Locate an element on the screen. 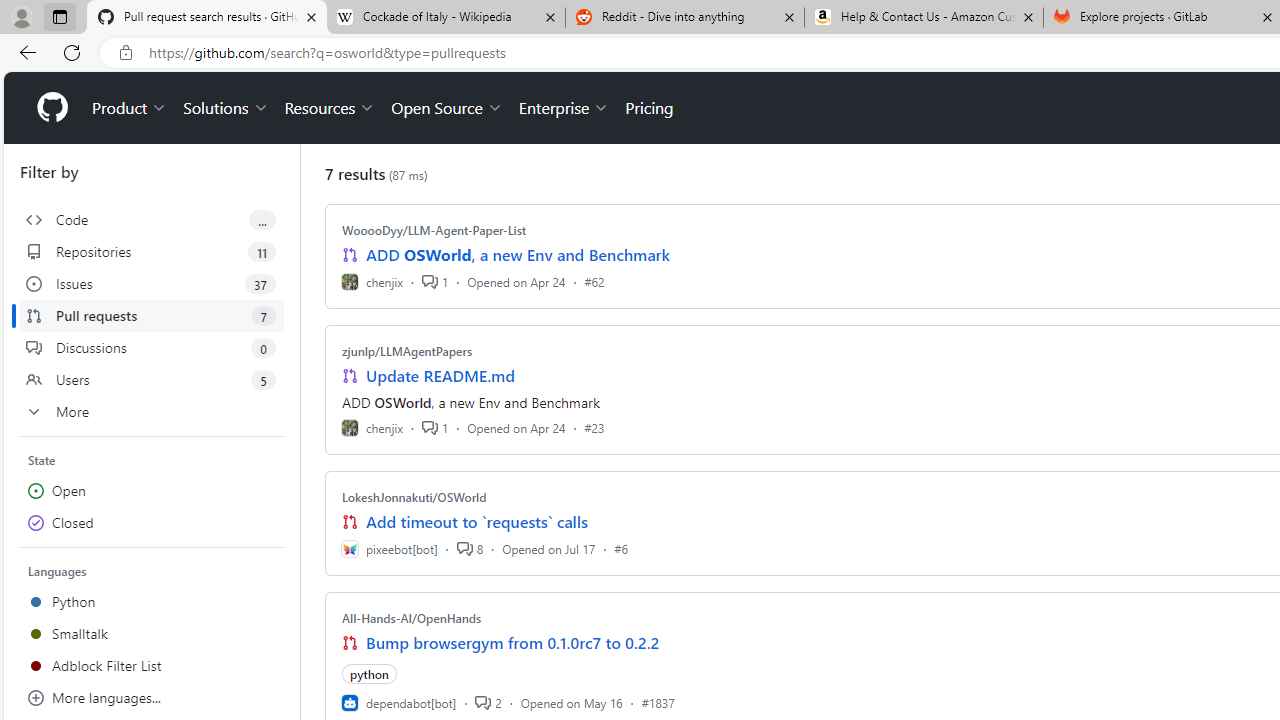 The width and height of the screenshot is (1280, 720). 'WooooDyy/LLM-Agent-Paper-List' is located at coordinates (433, 229).